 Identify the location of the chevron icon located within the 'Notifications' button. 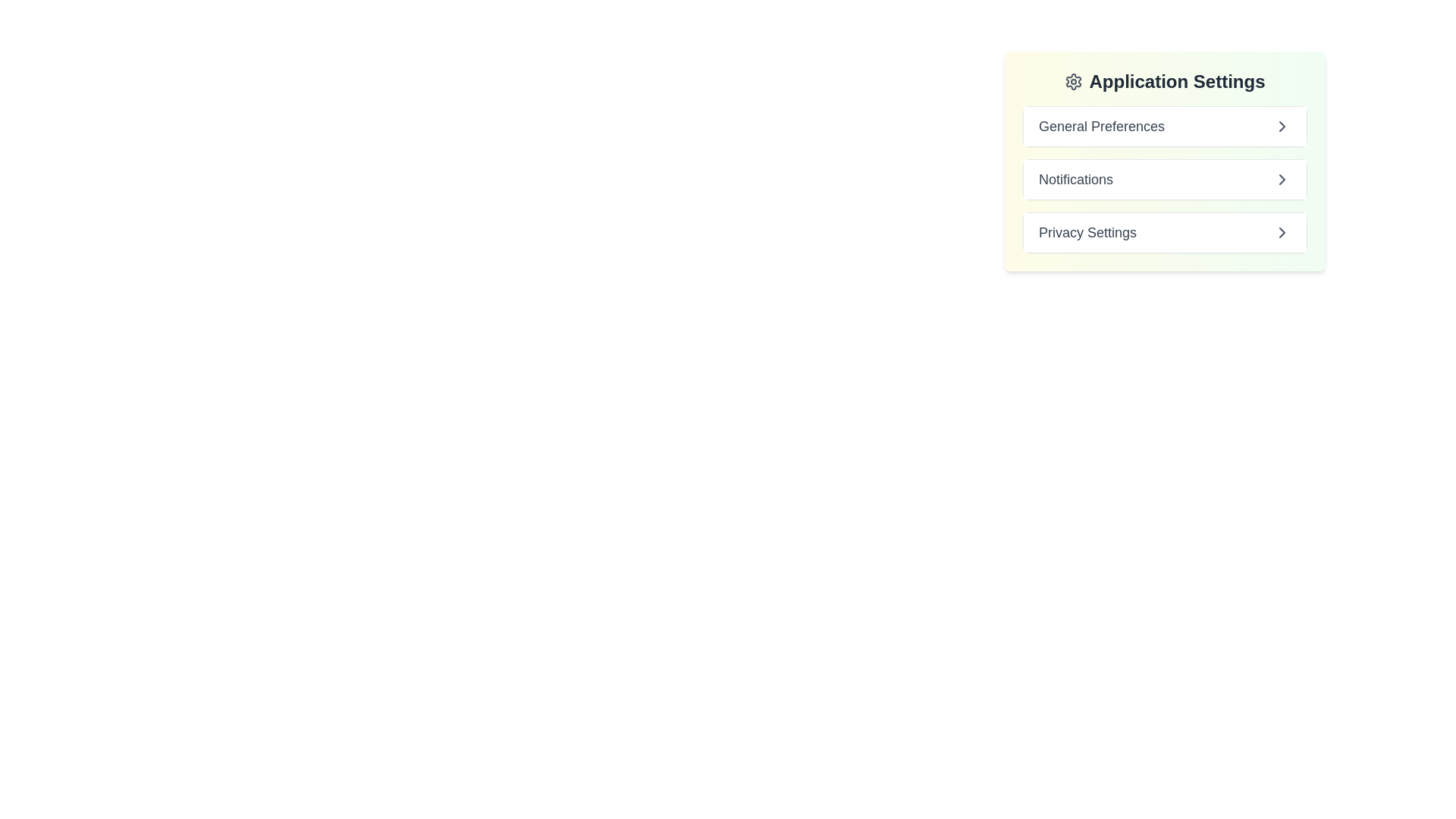
(1281, 178).